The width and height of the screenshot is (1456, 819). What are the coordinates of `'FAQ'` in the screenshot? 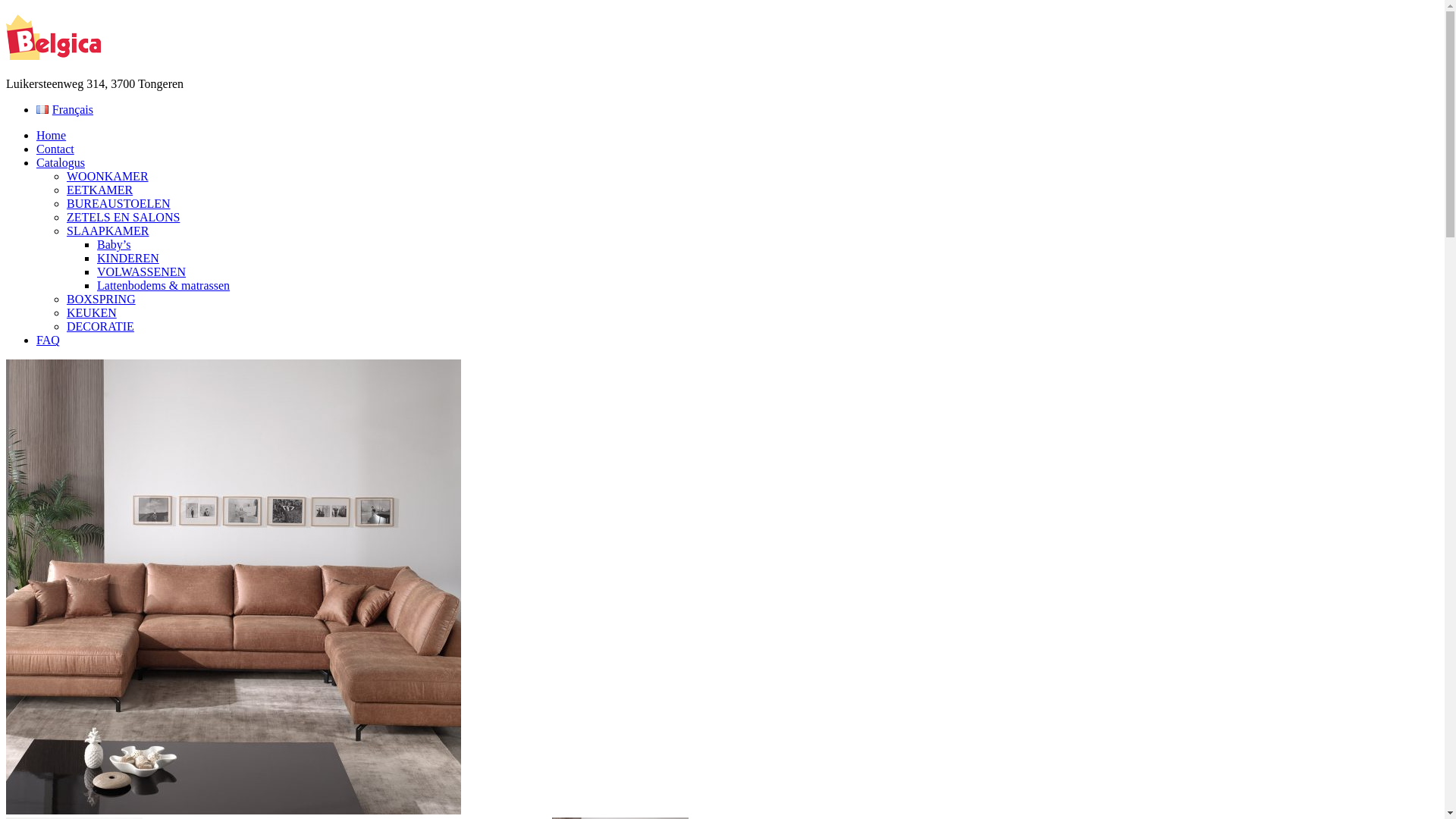 It's located at (36, 339).